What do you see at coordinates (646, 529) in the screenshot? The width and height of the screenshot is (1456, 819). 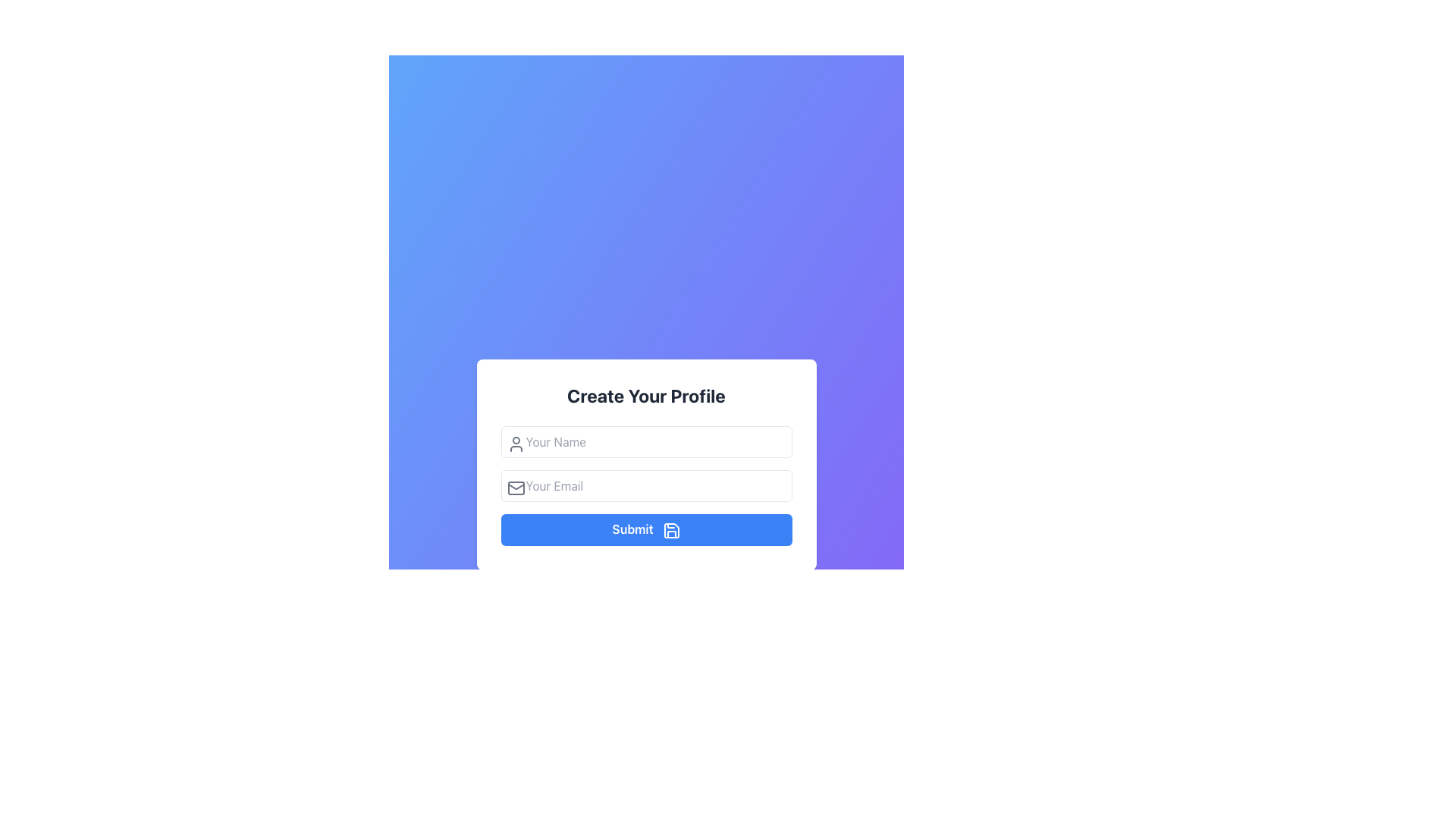 I see `the blue rectangular 'Submit' button with rounded corners to change its styling` at bounding box center [646, 529].